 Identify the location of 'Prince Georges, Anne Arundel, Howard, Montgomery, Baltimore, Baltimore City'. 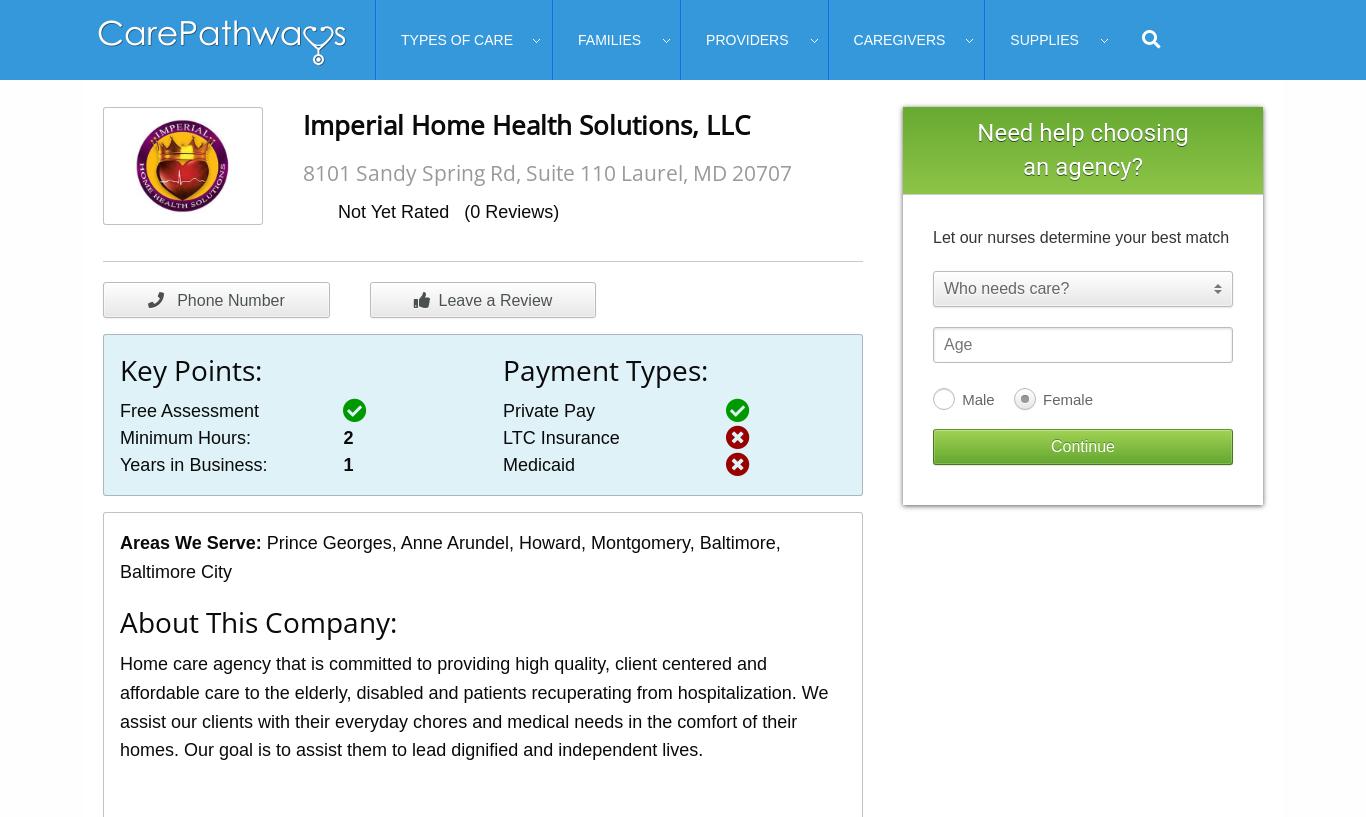
(448, 556).